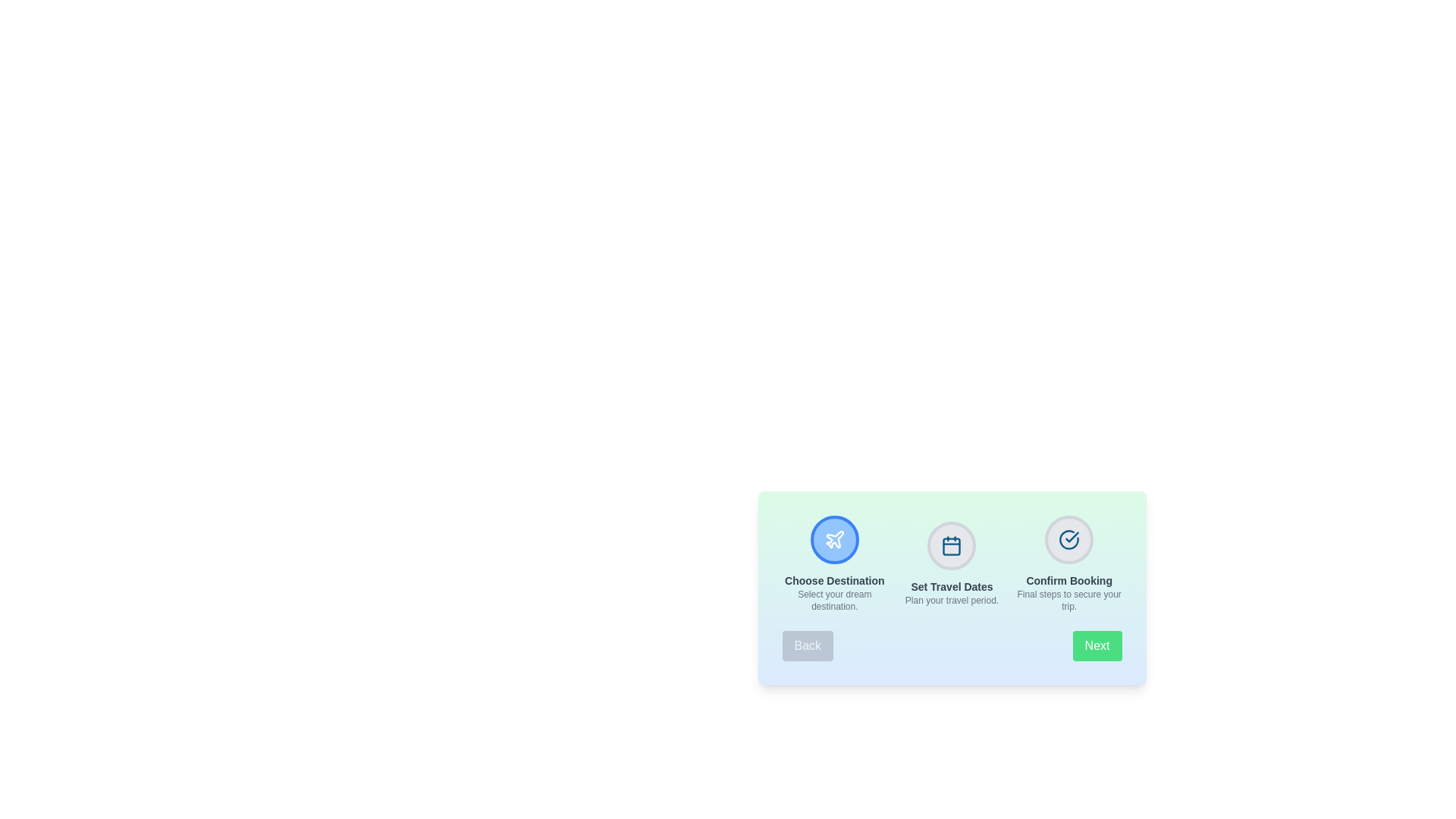 The height and width of the screenshot is (819, 1456). What do you see at coordinates (833, 564) in the screenshot?
I see `the text descriptions for each step` at bounding box center [833, 564].